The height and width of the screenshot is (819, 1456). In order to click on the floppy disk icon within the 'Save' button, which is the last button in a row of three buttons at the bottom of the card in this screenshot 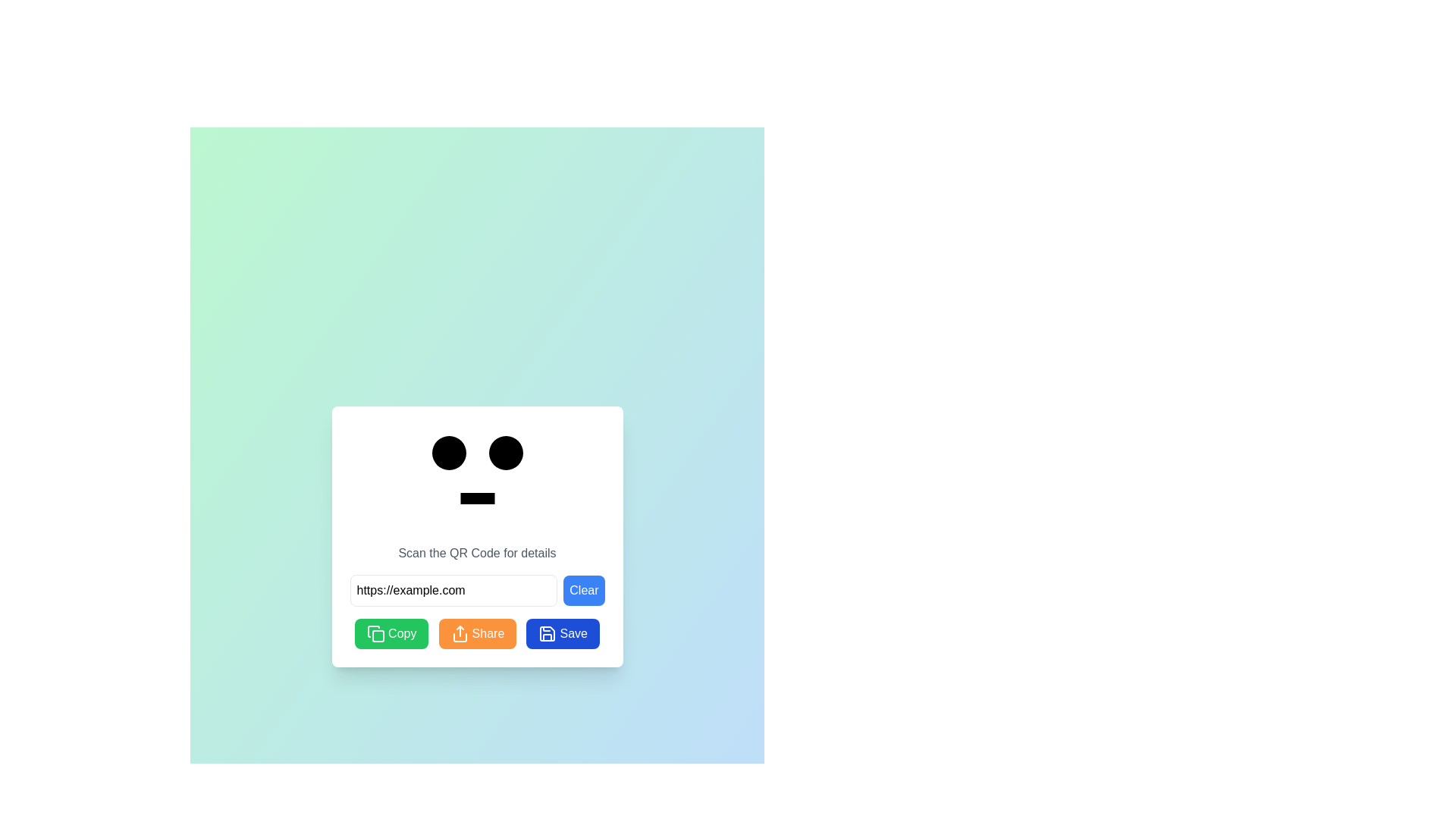, I will do `click(547, 634)`.